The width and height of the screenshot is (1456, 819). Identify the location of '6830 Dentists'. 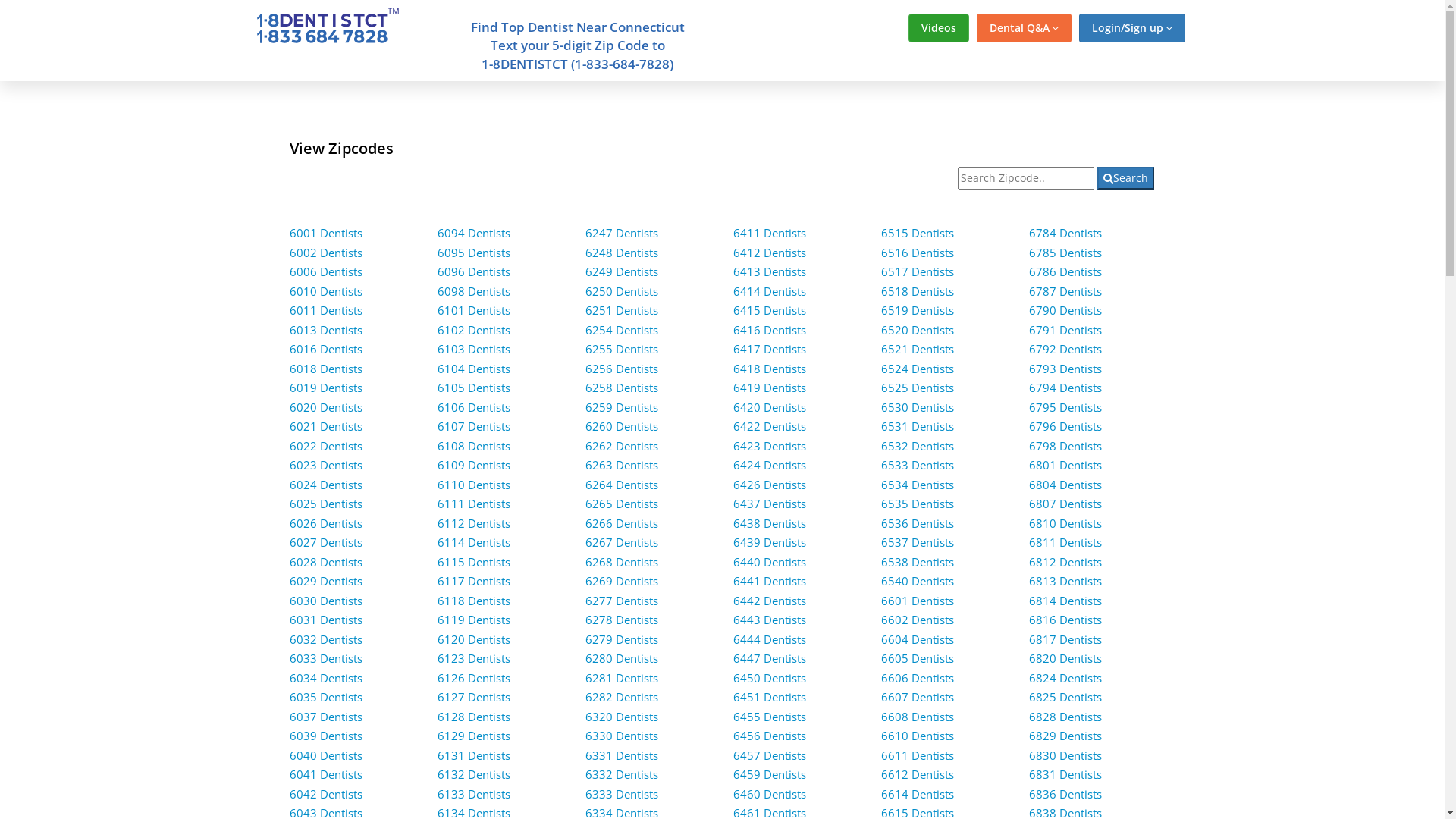
(1065, 755).